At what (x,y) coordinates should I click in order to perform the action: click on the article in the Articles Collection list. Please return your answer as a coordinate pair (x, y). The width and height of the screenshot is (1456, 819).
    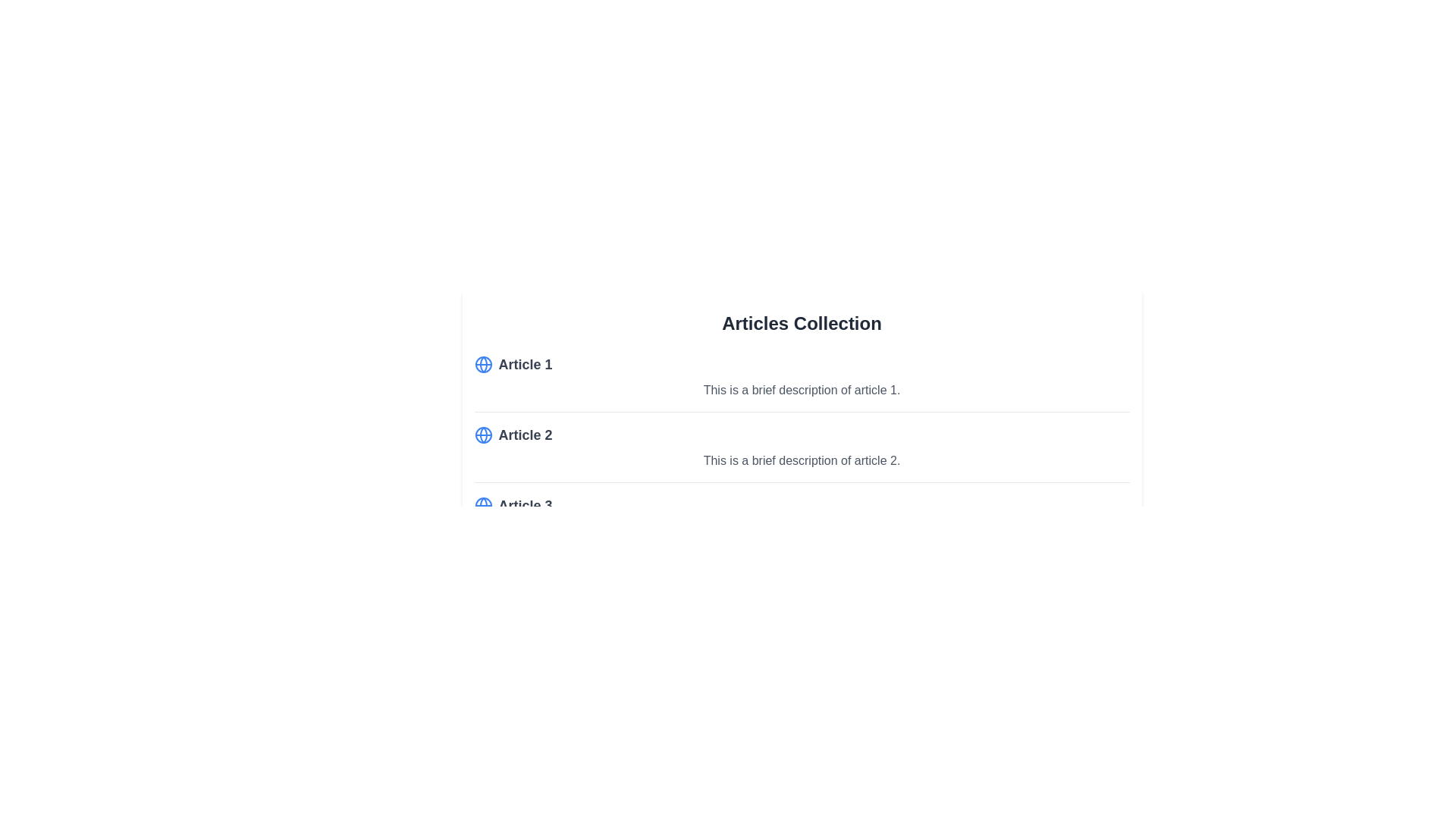
    Looking at the image, I should click on (801, 453).